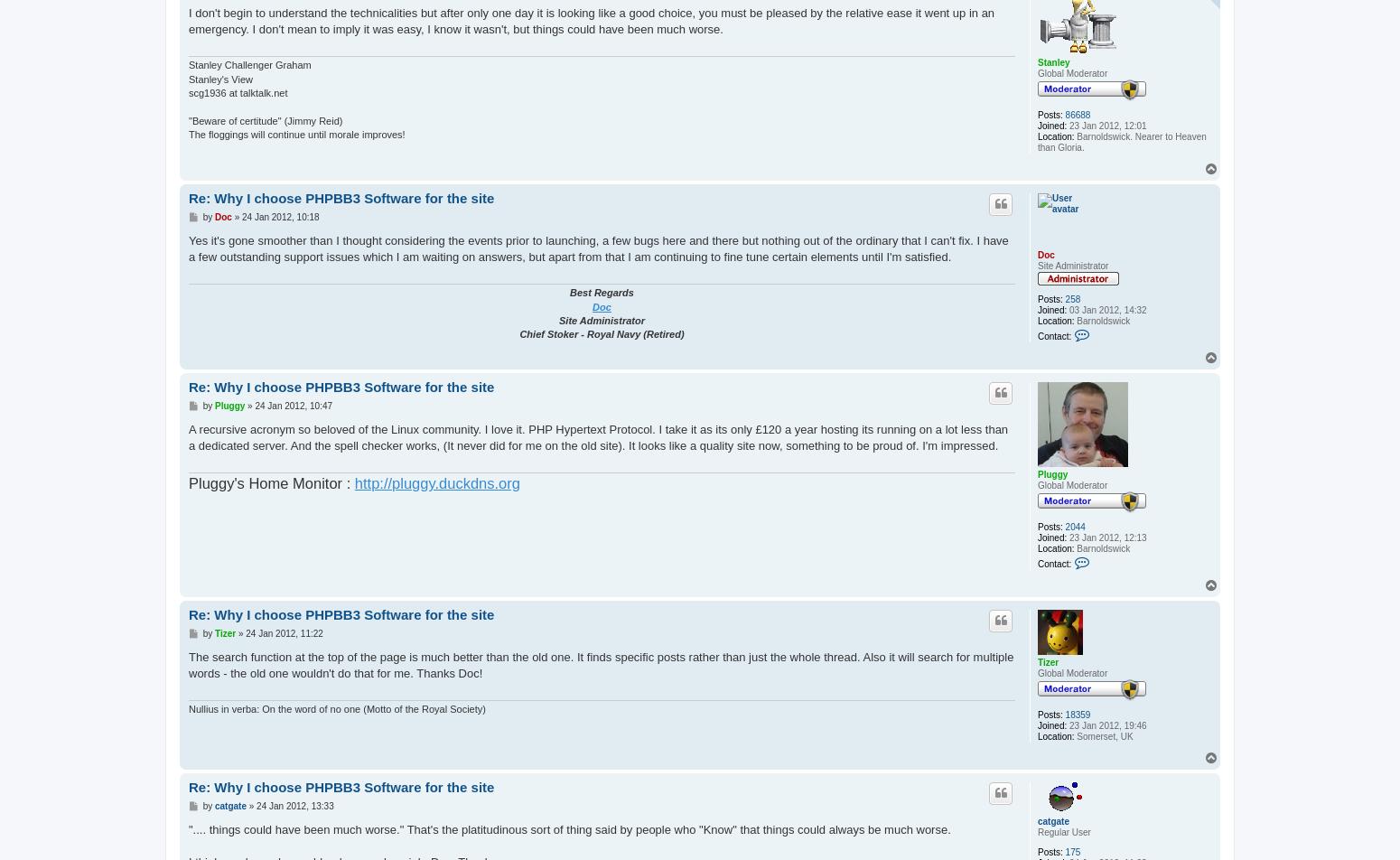 The image size is (1400, 860). What do you see at coordinates (601, 292) in the screenshot?
I see `'Best Regards'` at bounding box center [601, 292].